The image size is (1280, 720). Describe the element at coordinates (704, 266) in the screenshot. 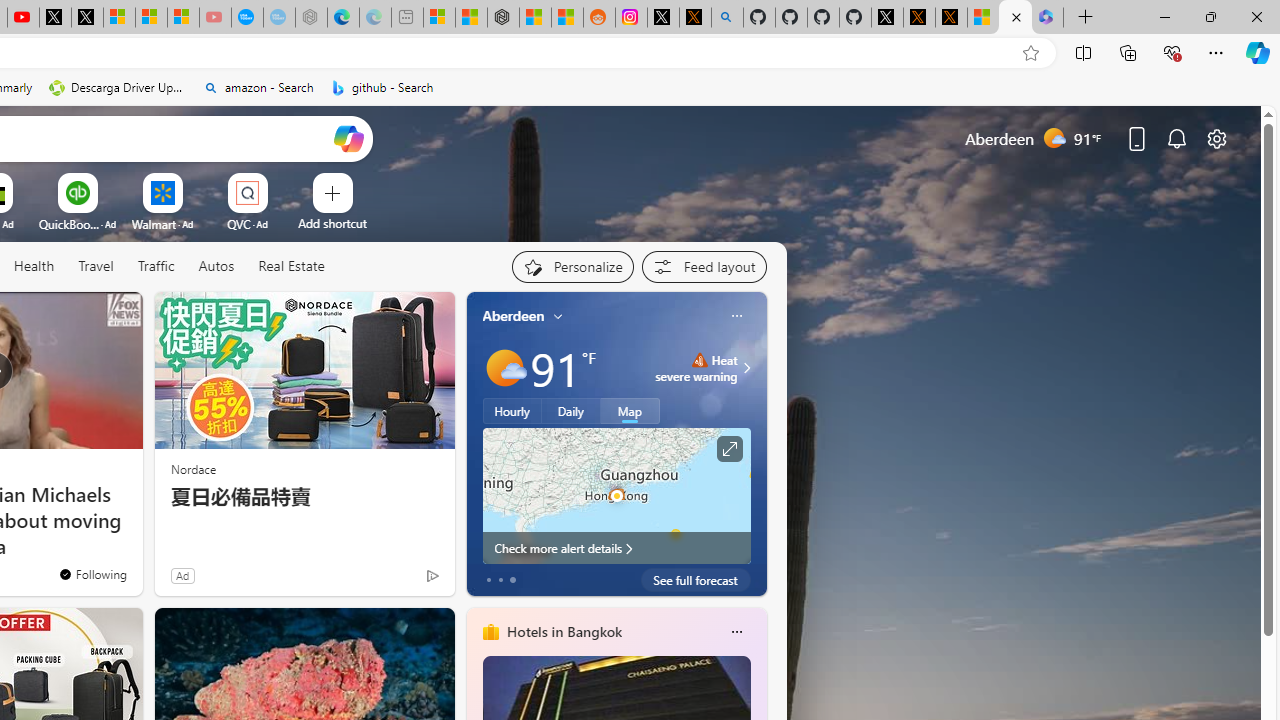

I see `'Feed settings'` at that location.